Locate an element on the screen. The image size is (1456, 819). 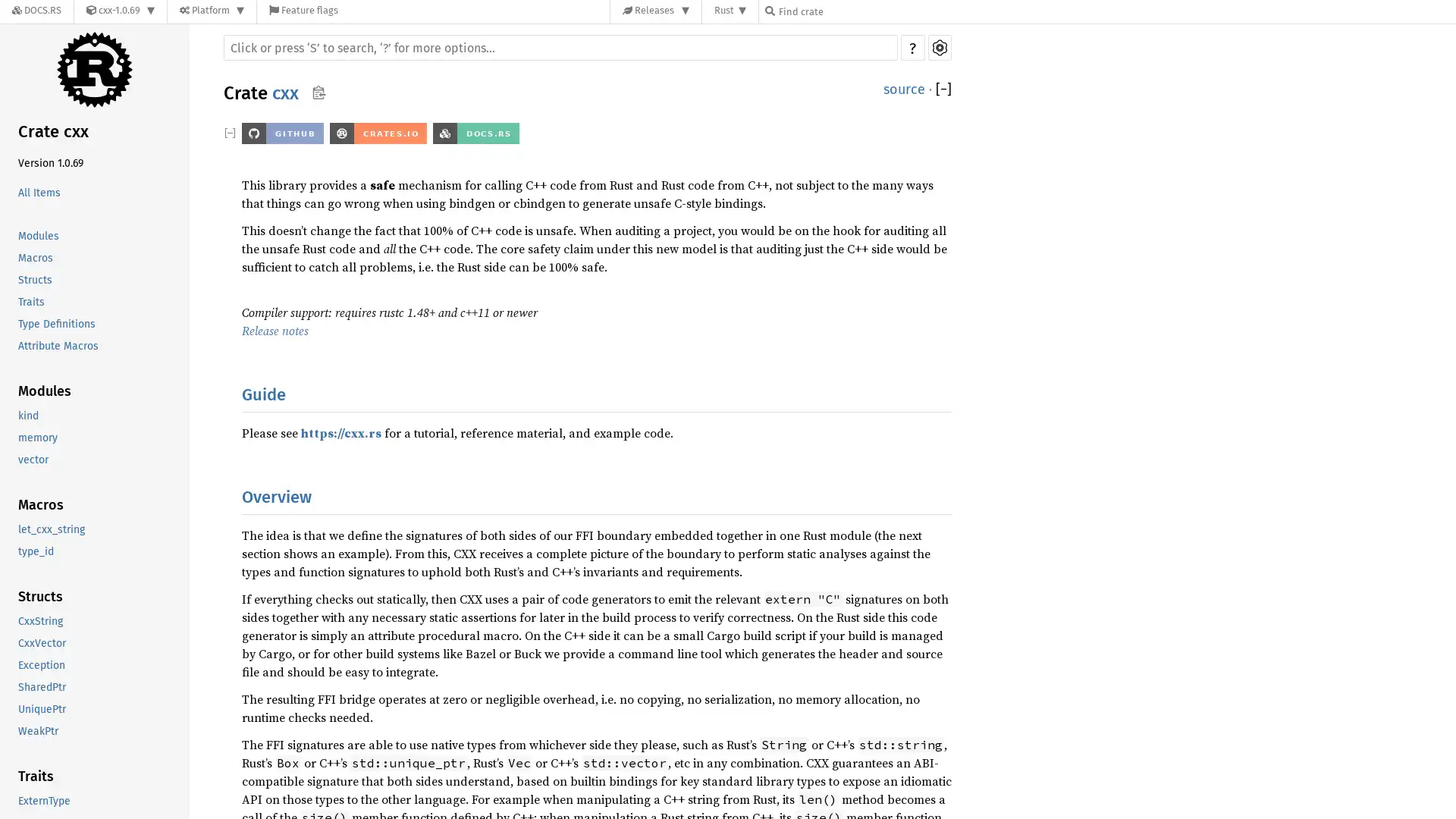
? is located at coordinates (912, 46).